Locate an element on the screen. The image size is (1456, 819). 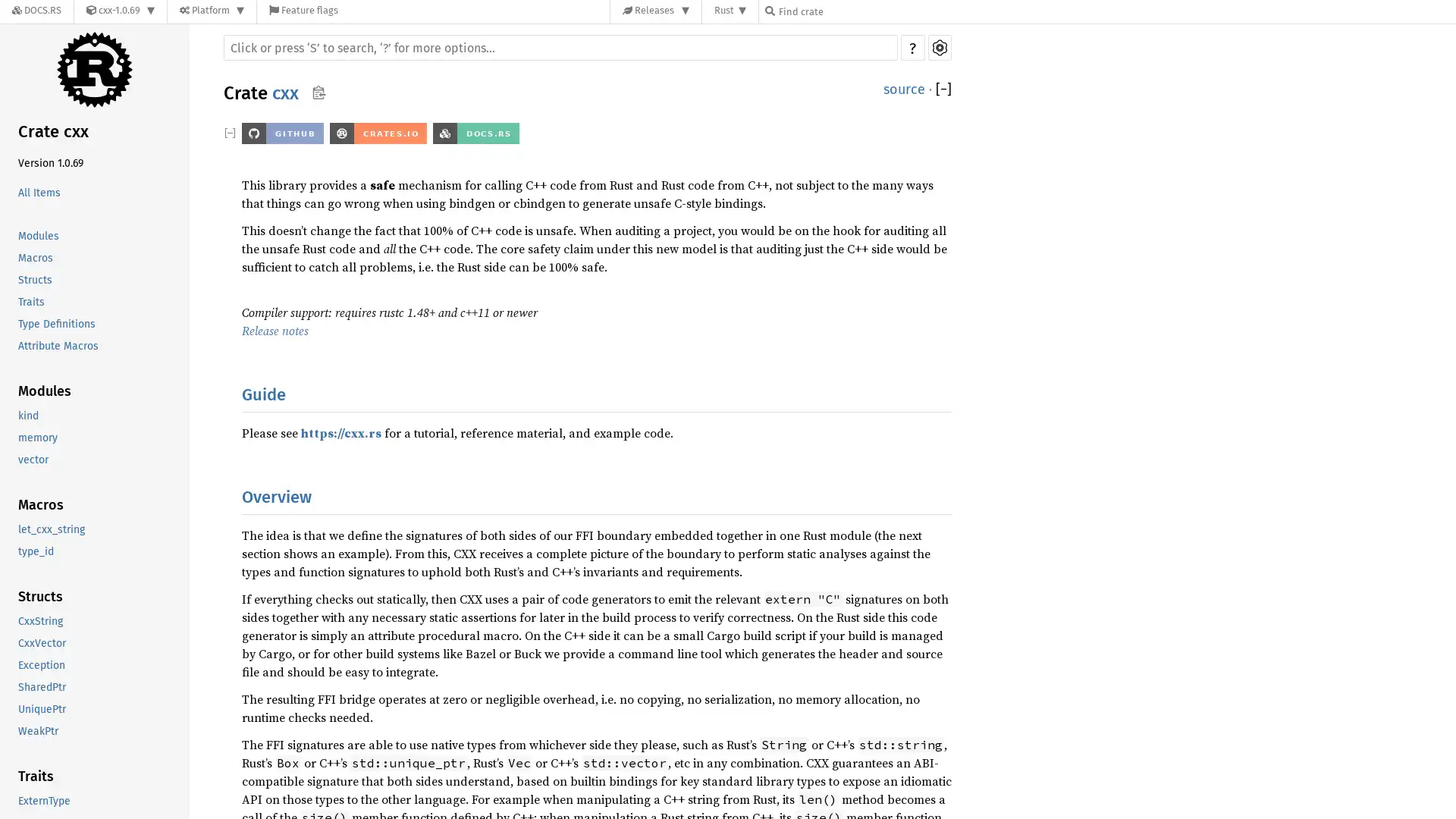
? is located at coordinates (912, 46).